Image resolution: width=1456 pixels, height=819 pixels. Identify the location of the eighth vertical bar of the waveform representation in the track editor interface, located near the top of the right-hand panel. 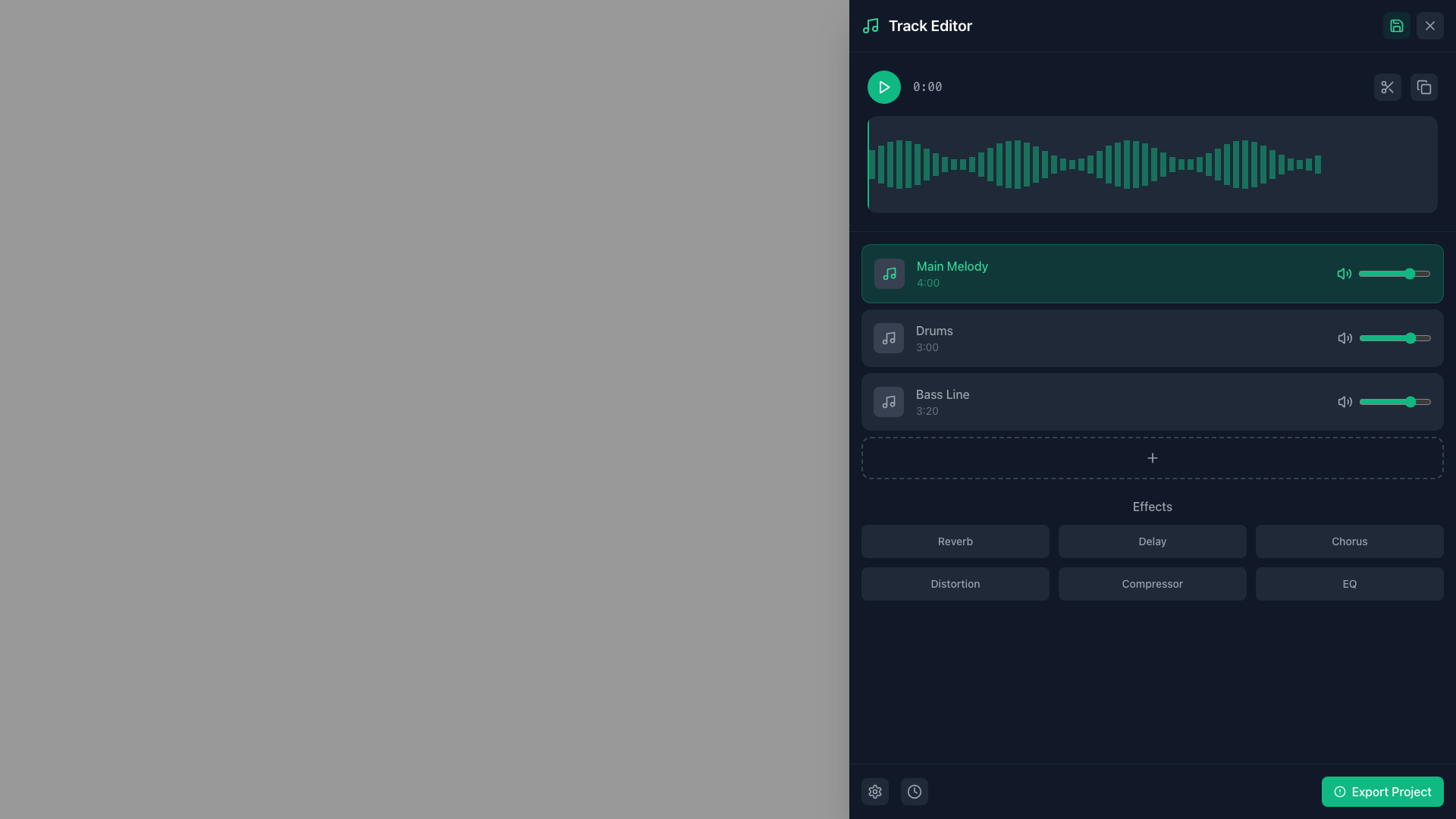
(934, 164).